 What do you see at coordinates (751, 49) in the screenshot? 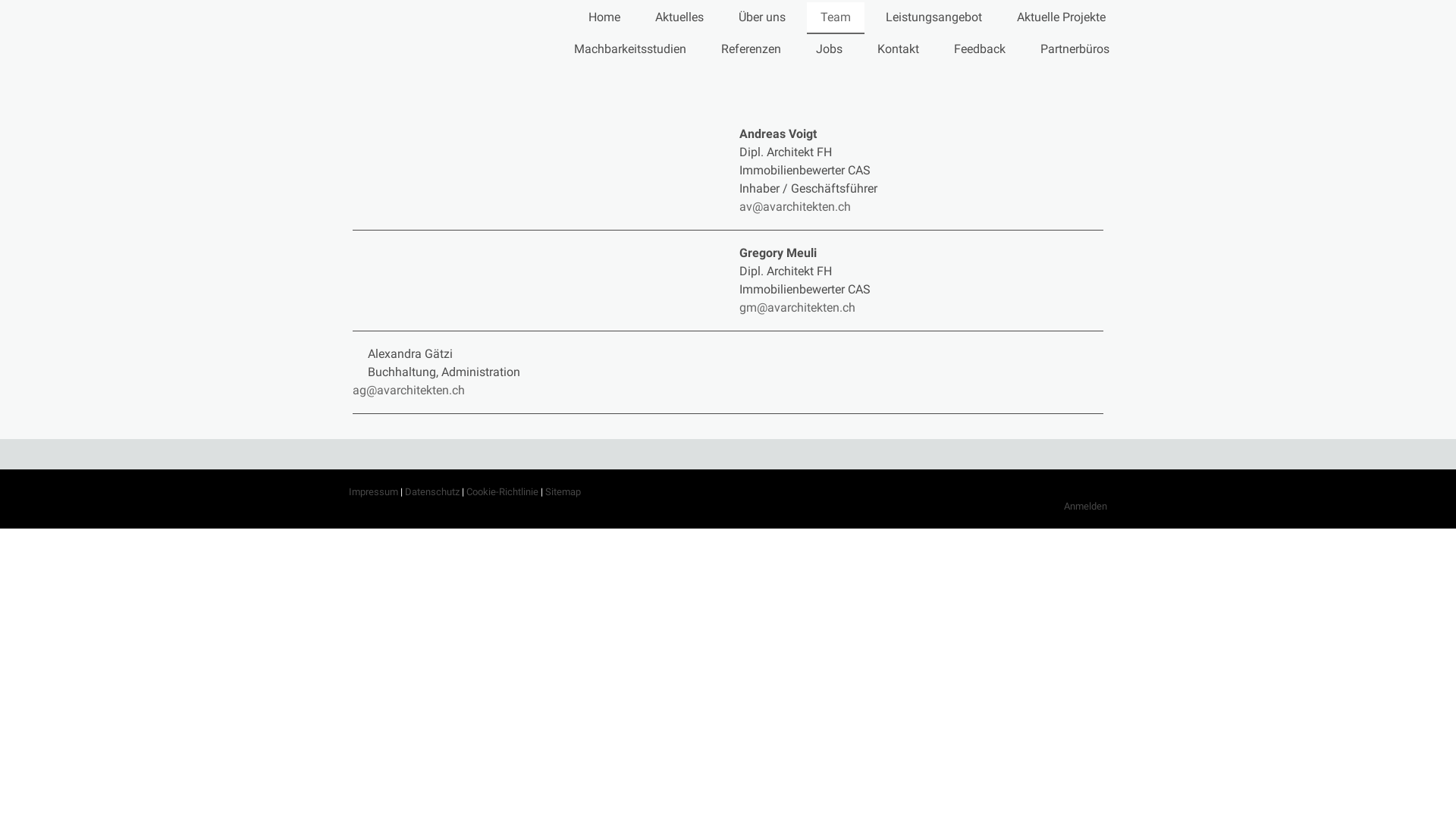
I see `'Referenzen'` at bounding box center [751, 49].